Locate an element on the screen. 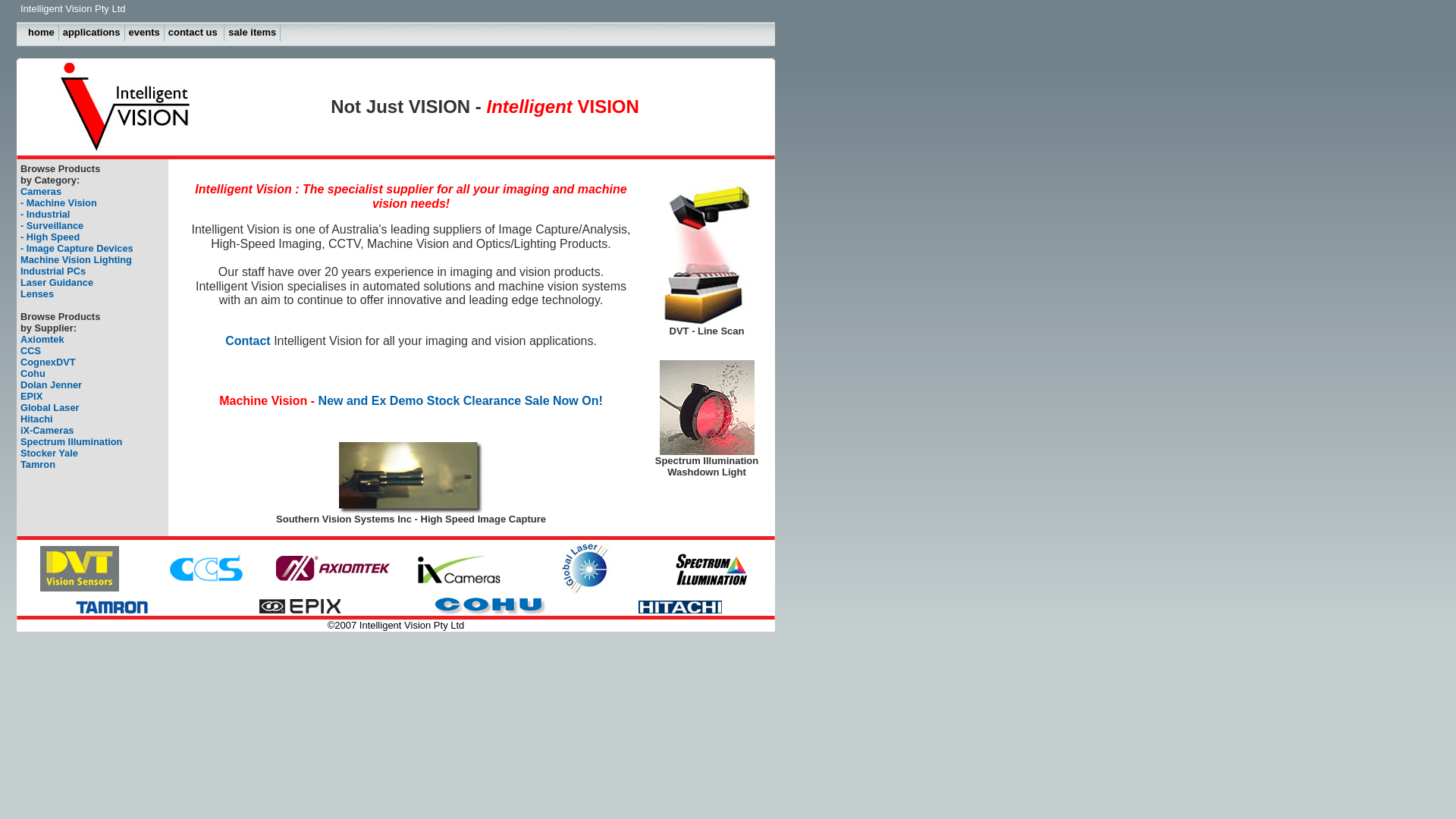 Image resolution: width=1456 pixels, height=819 pixels. 'EPIX' is located at coordinates (20, 395).